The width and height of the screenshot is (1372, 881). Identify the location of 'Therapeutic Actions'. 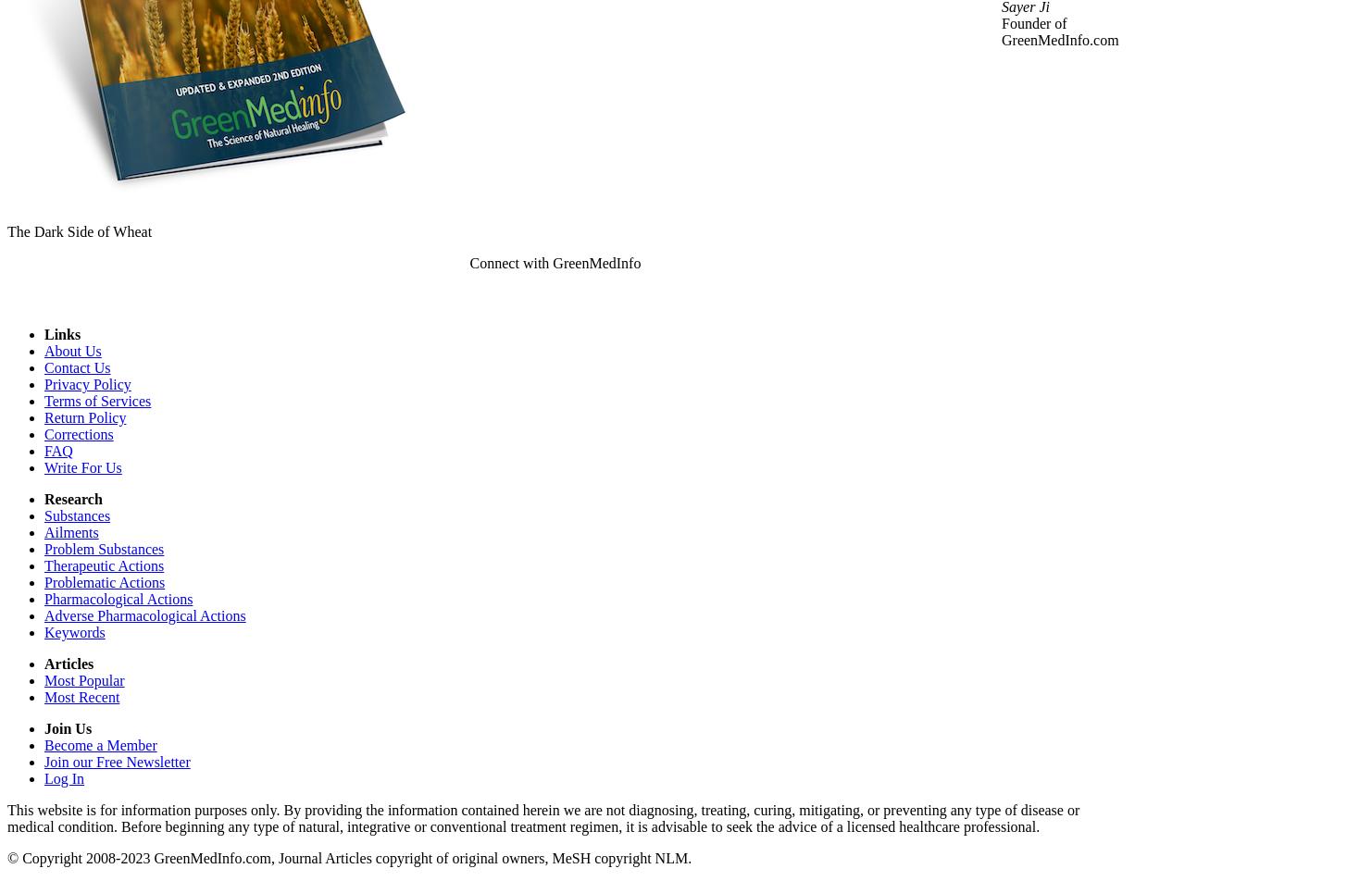
(104, 565).